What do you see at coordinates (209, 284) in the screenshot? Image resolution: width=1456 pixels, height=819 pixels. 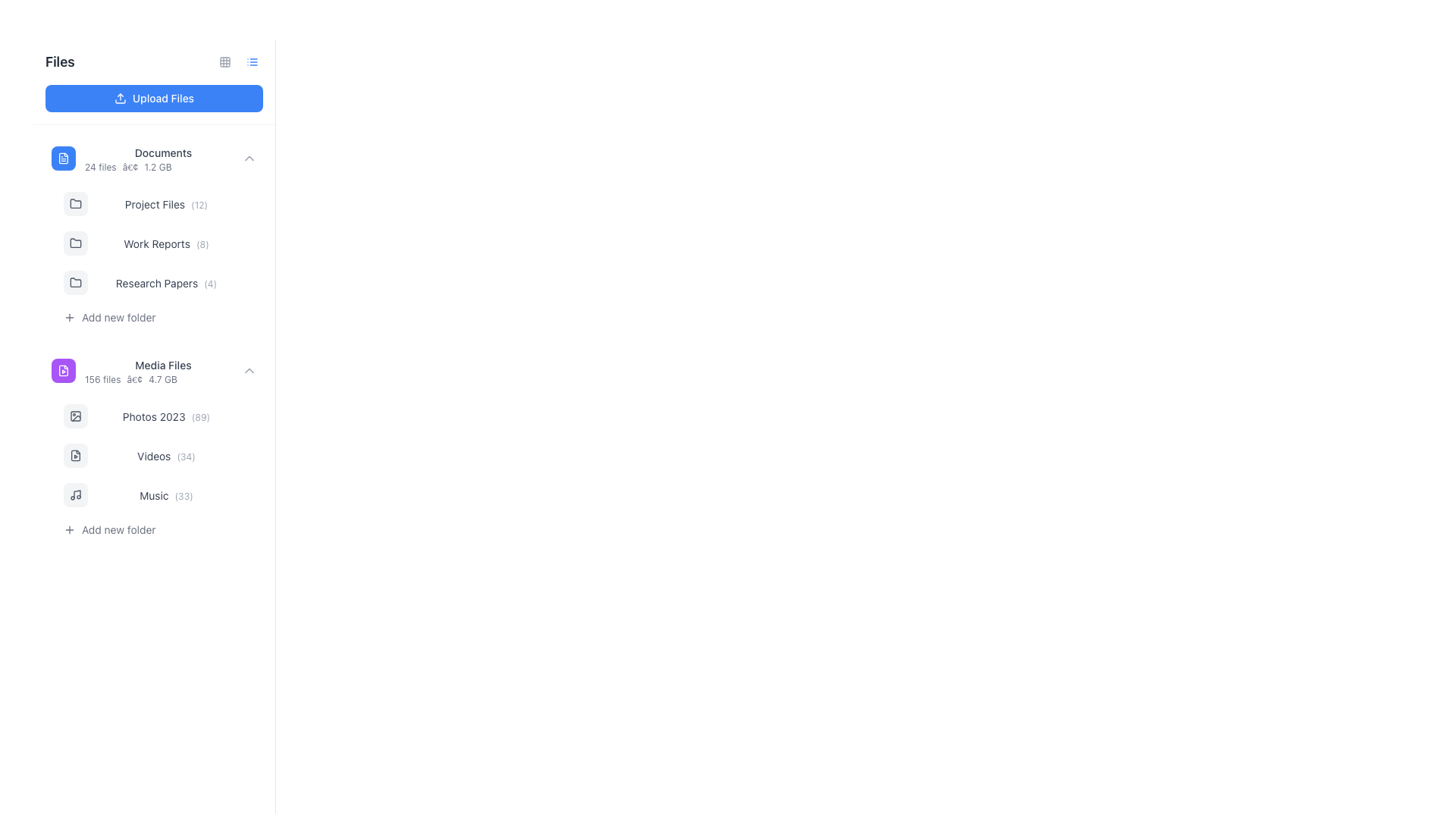 I see `the static text displaying '(4)', which is aligned to the right of the 'Research Papers' label in the 'Files' section` at bounding box center [209, 284].